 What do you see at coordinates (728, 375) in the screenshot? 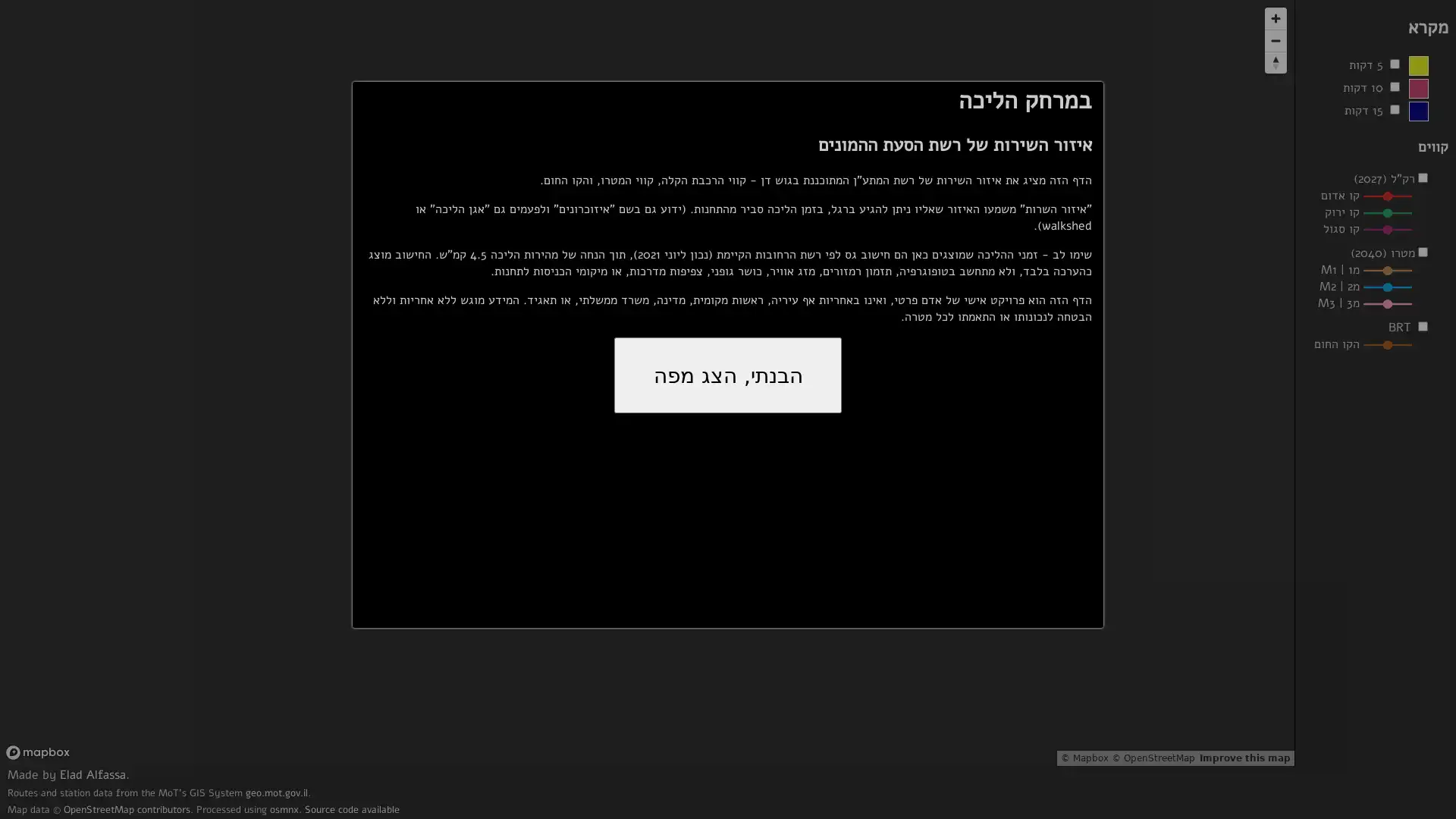
I see `,` at bounding box center [728, 375].